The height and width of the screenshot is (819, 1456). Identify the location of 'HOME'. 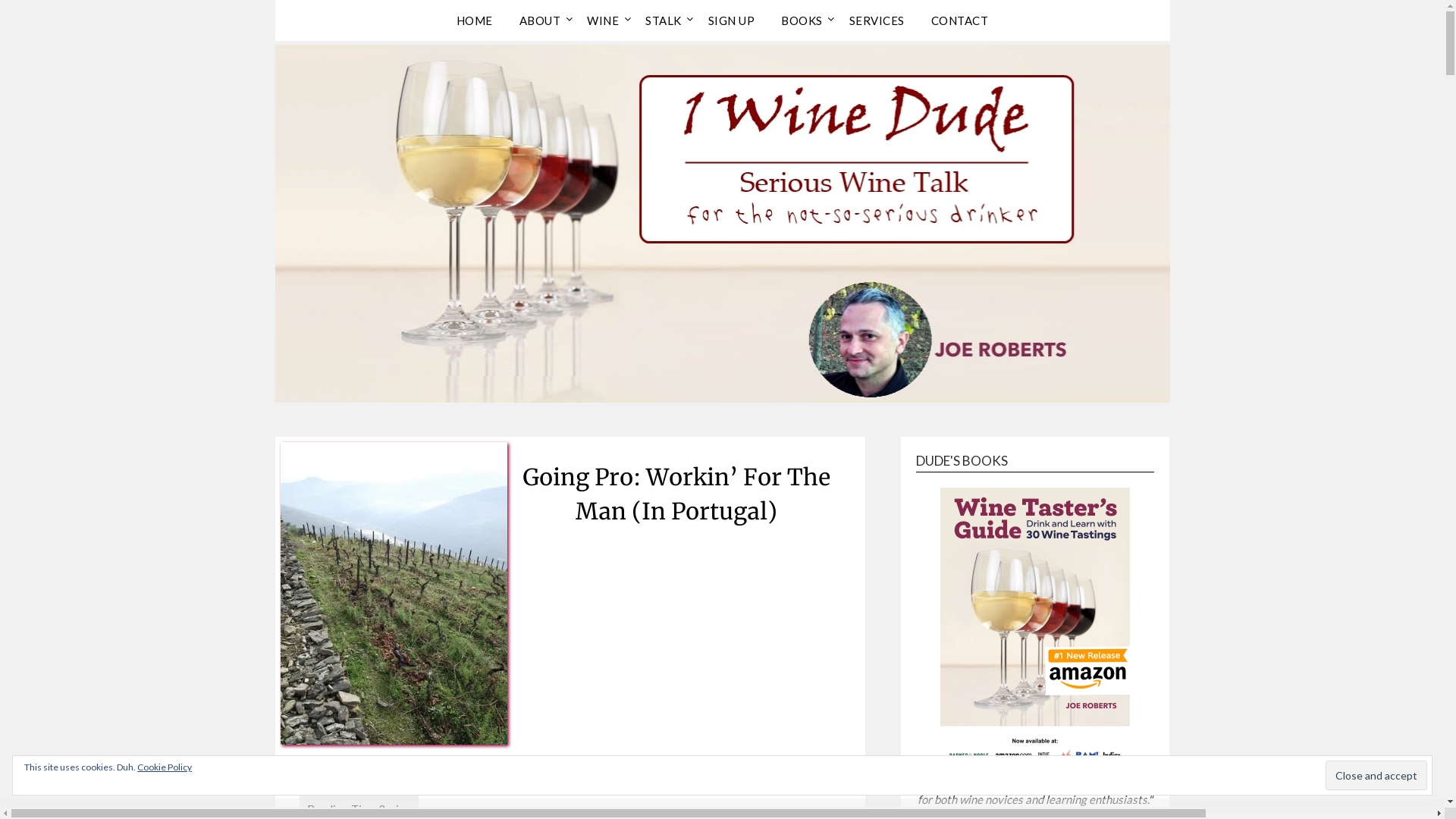
(473, 20).